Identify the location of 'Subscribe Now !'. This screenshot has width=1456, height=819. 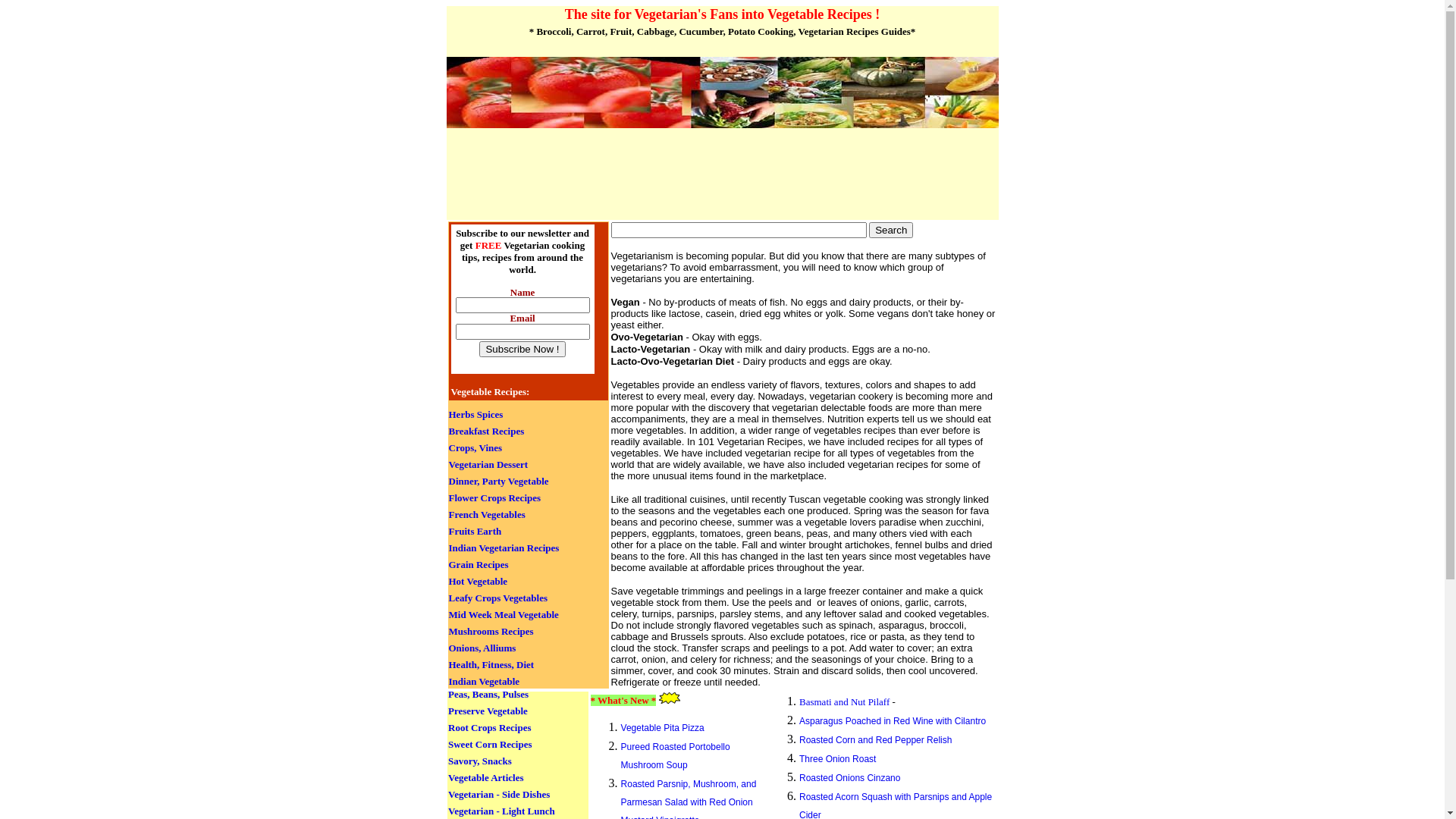
(522, 349).